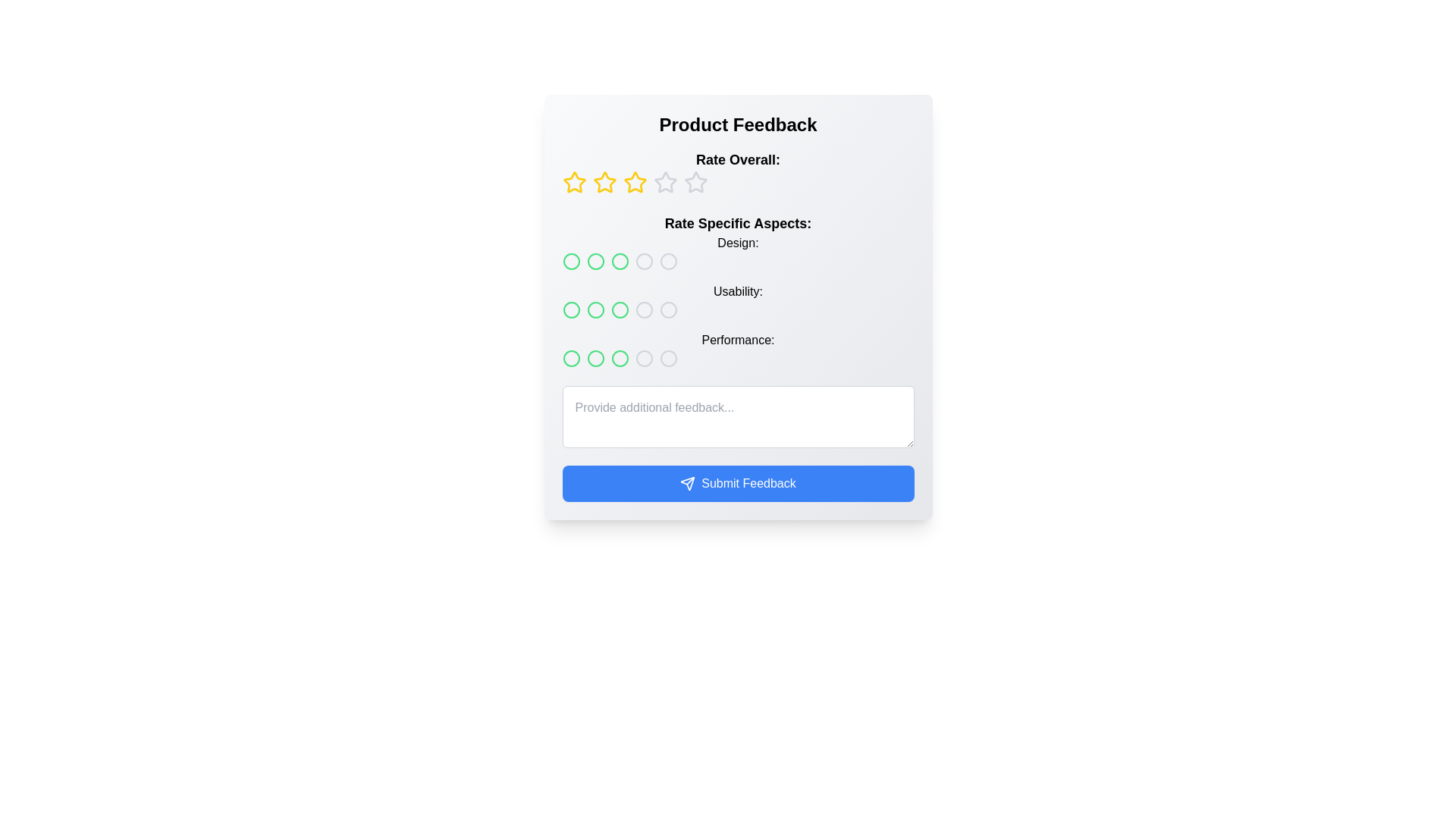  Describe the element at coordinates (573, 180) in the screenshot. I see `the first rating star button under the 'Rate Overall' label in the 'Product Feedback' section` at that location.